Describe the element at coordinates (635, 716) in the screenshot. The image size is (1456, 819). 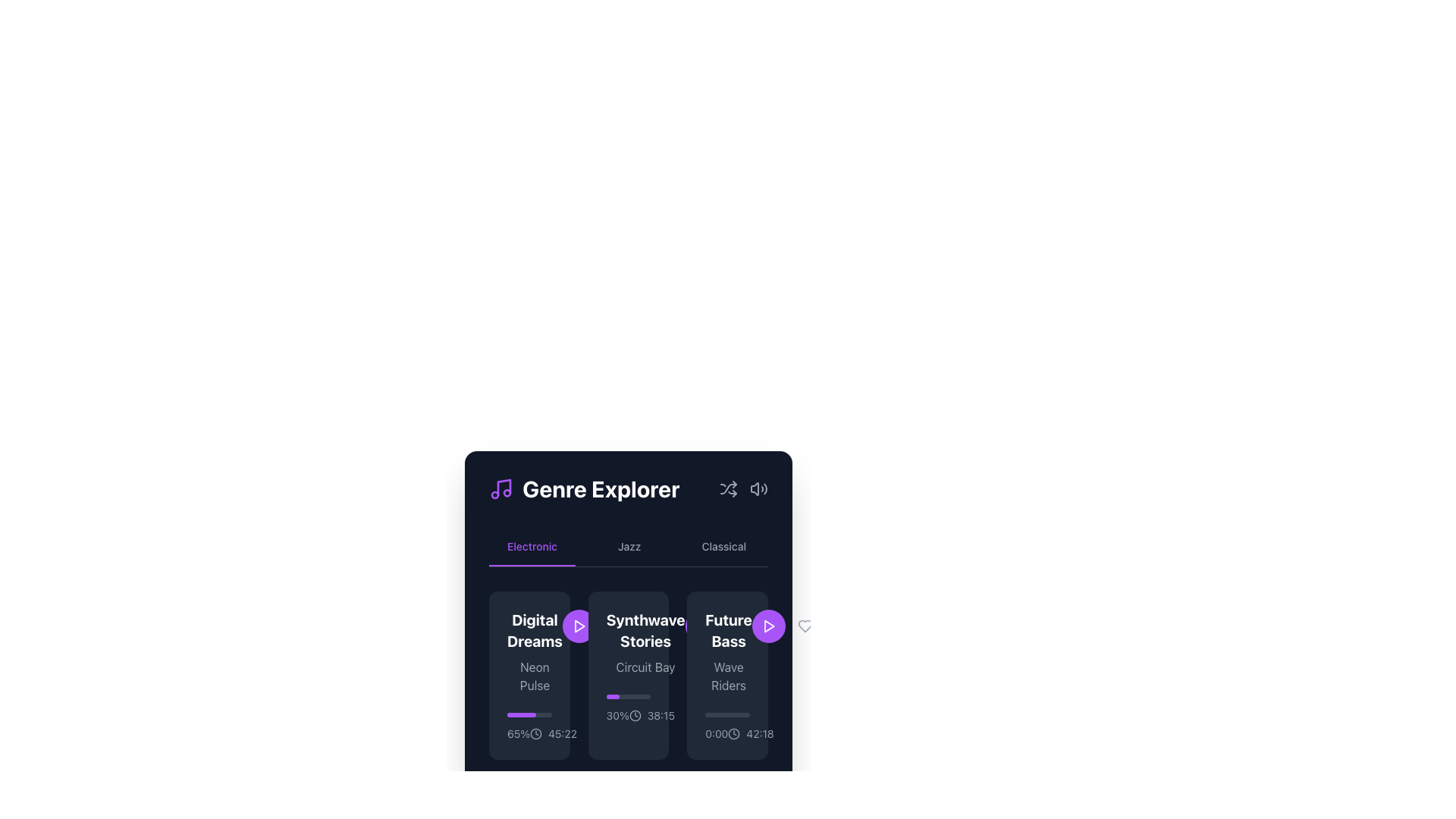
I see `the clock icon graphic located in the second item of the horizontal list of cards under the 'Electronic' tab in the 'Genre Explorer' section, positioned to the left of the time '38:15'` at that location.